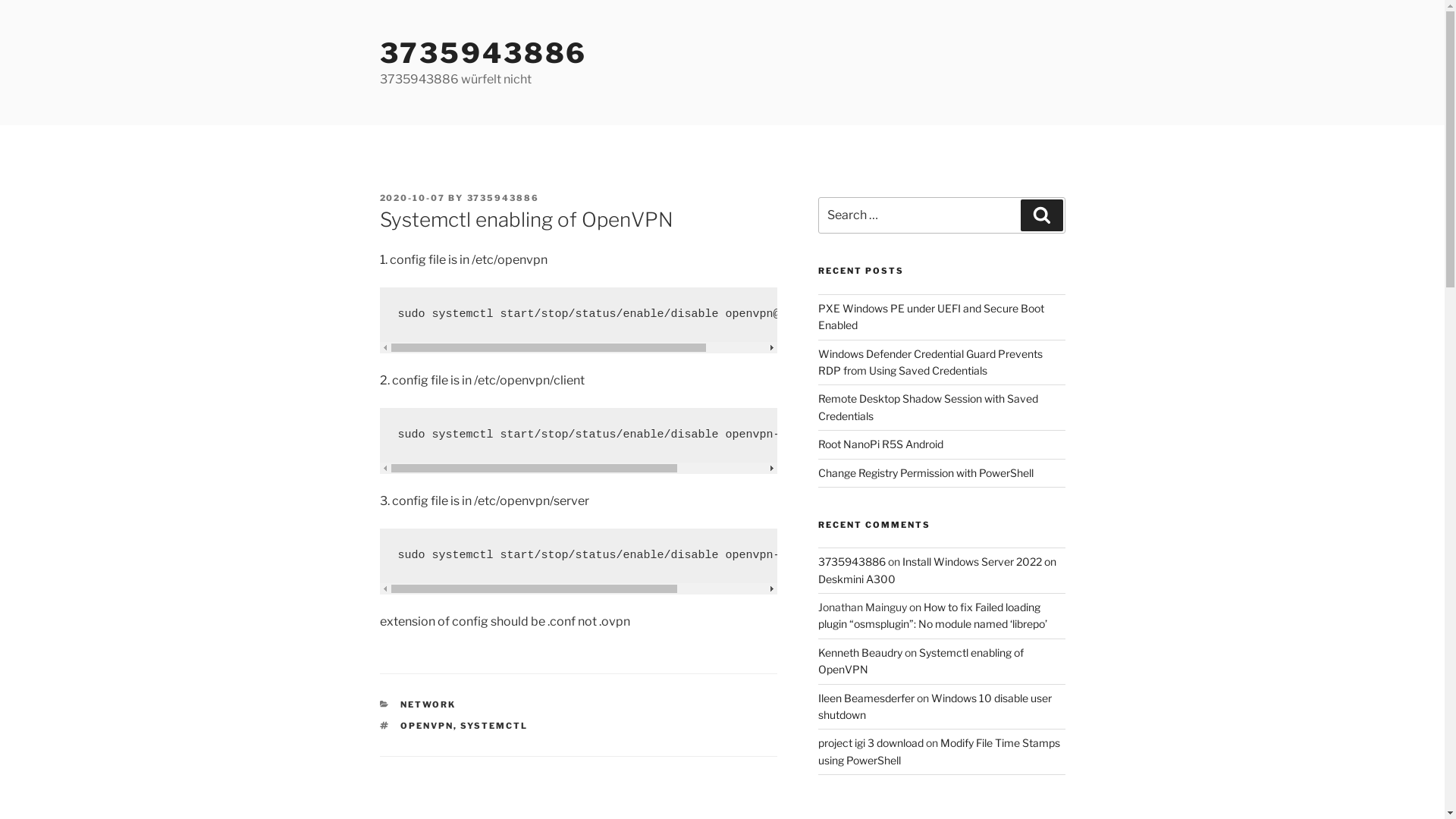 The image size is (1456, 819). Describe the element at coordinates (427, 704) in the screenshot. I see `'NETWORK'` at that location.